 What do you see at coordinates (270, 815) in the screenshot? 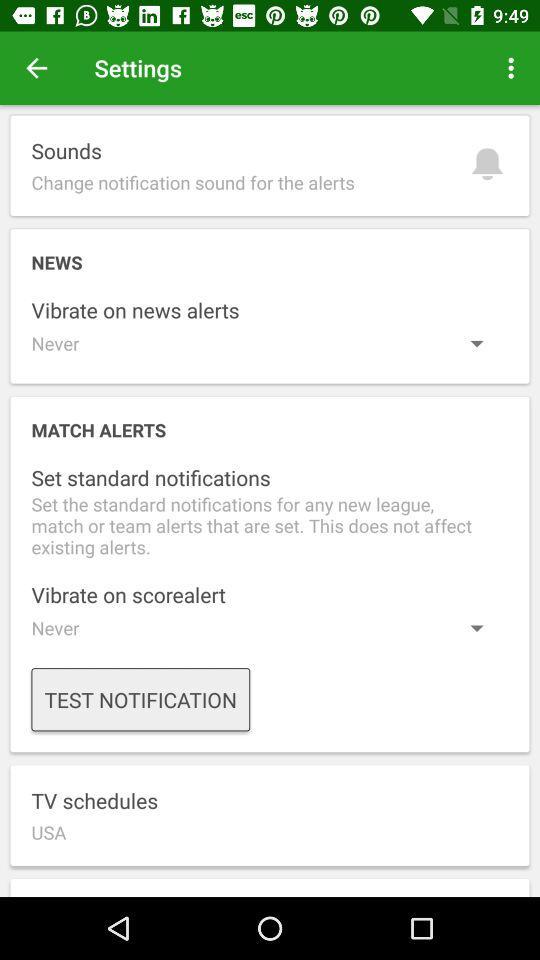
I see `tv schedules` at bounding box center [270, 815].